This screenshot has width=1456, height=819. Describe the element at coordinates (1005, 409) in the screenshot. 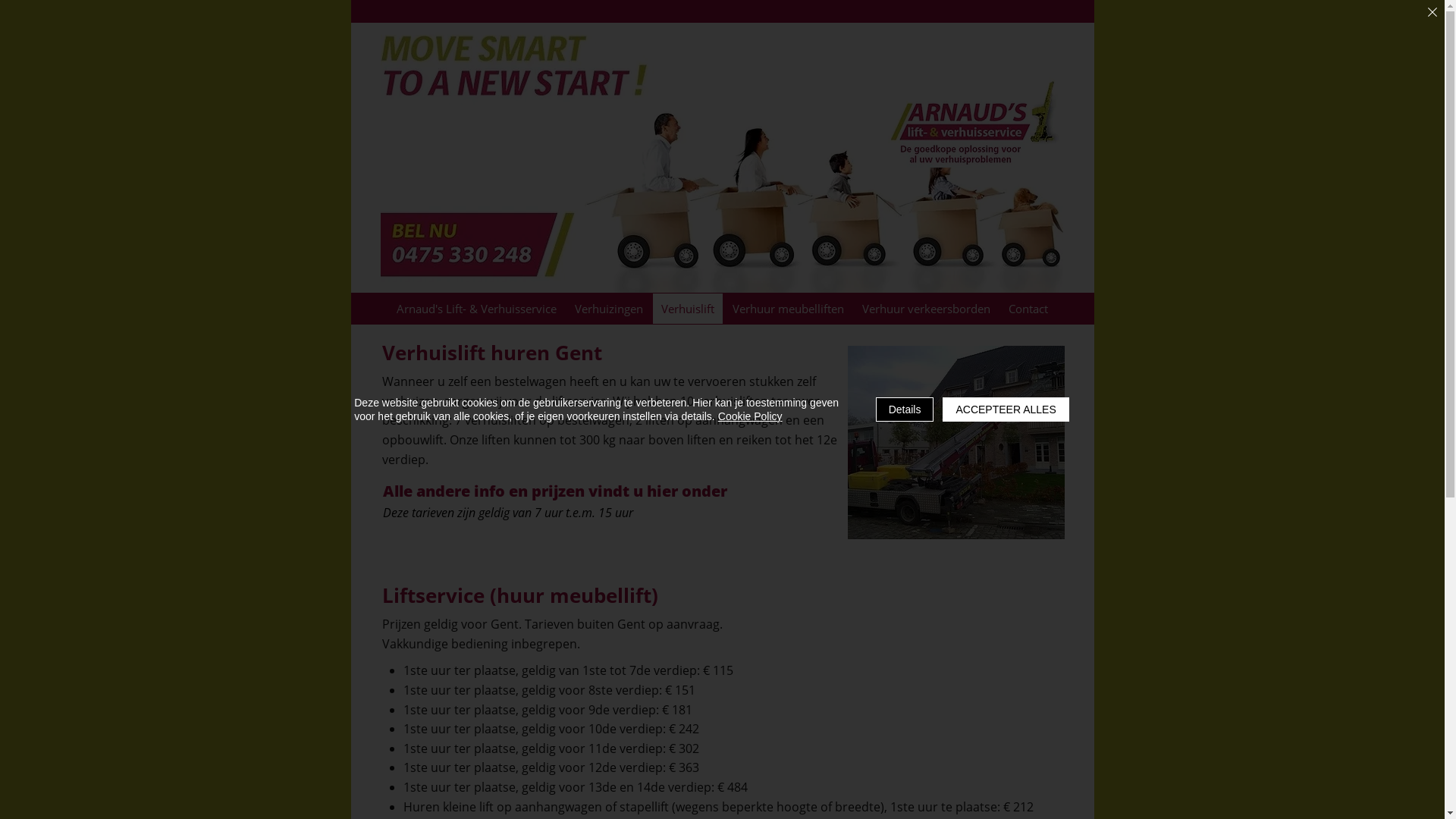

I see `'ACCEPTEER ALLES'` at that location.